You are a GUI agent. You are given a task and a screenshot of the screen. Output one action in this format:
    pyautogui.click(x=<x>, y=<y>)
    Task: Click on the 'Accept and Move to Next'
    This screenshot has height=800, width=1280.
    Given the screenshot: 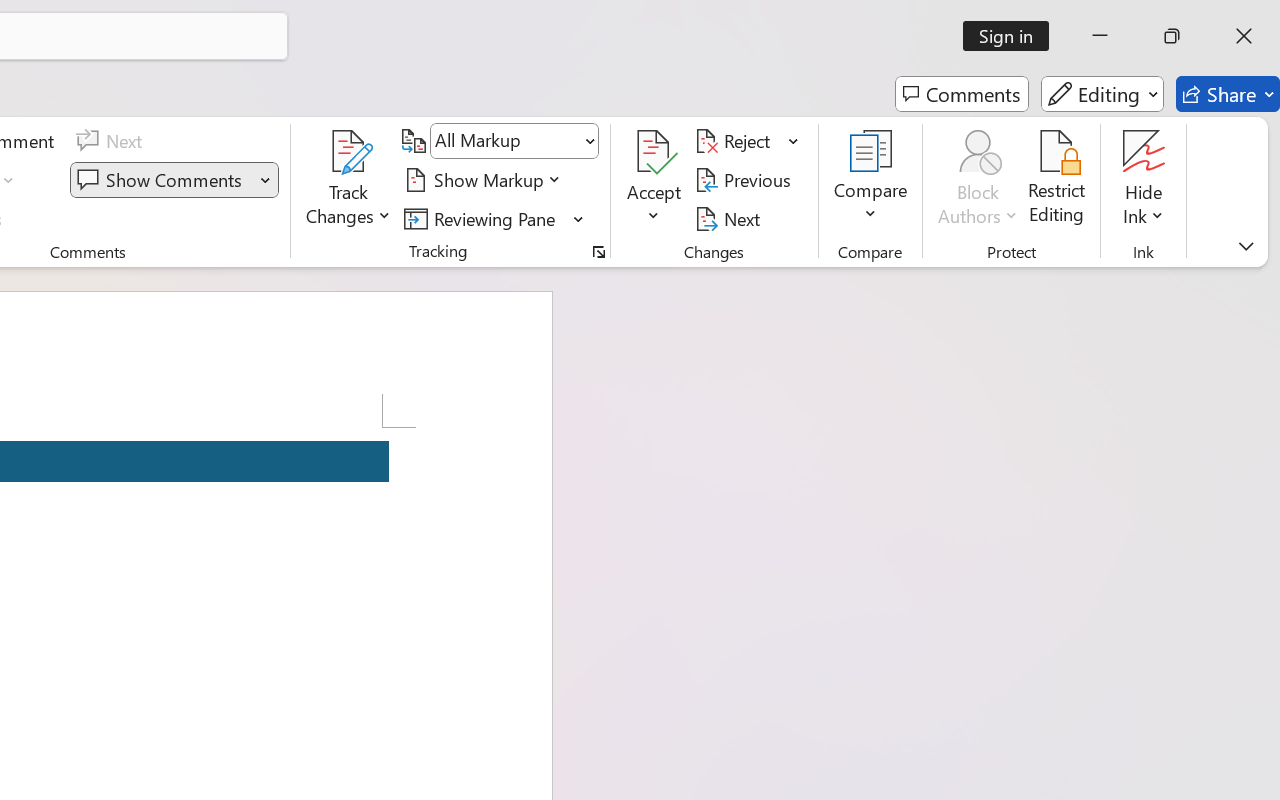 What is the action you would take?
    pyautogui.click(x=654, y=151)
    